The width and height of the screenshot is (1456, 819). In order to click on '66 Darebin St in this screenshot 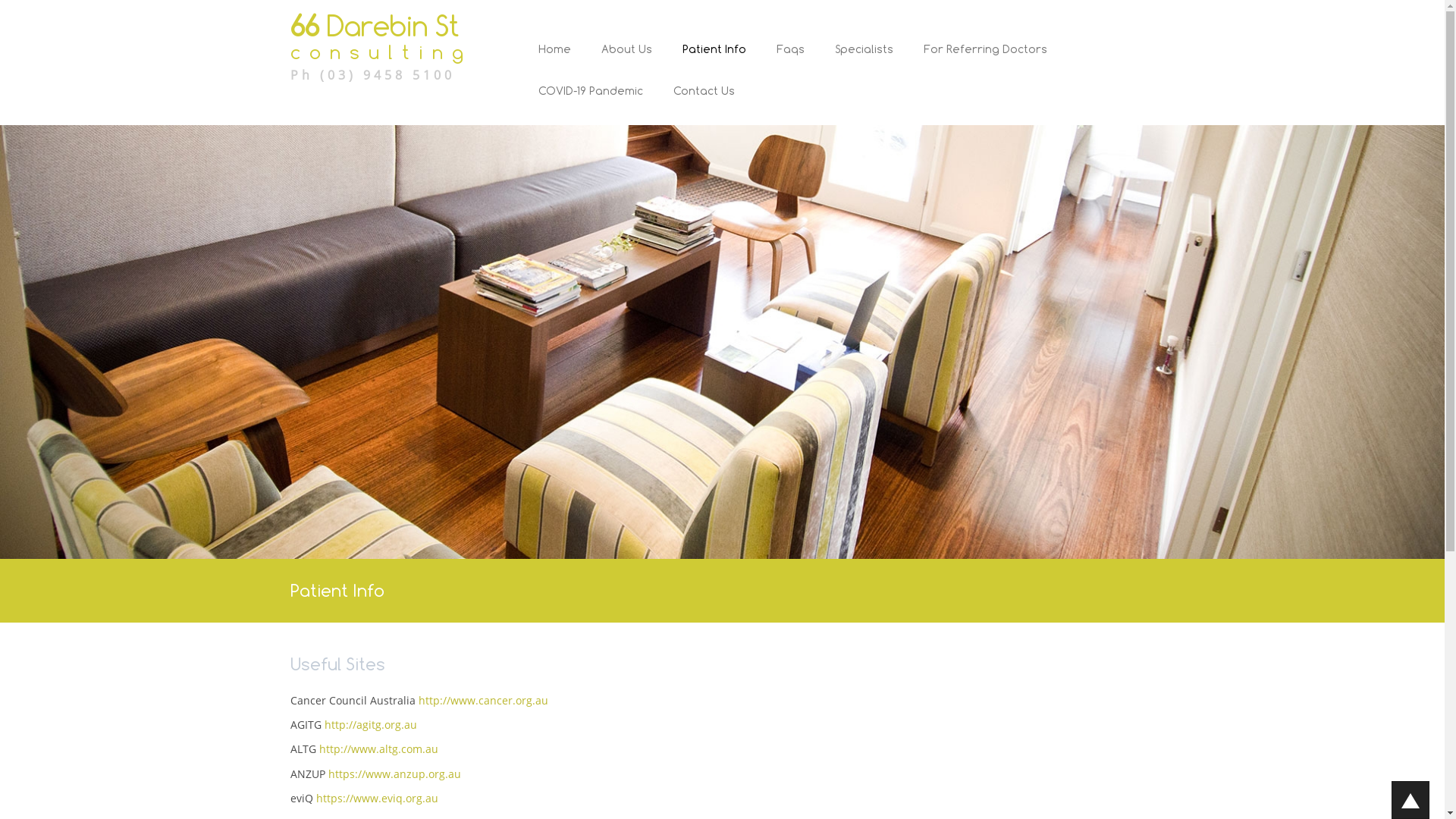, I will do `click(389, 45)`.